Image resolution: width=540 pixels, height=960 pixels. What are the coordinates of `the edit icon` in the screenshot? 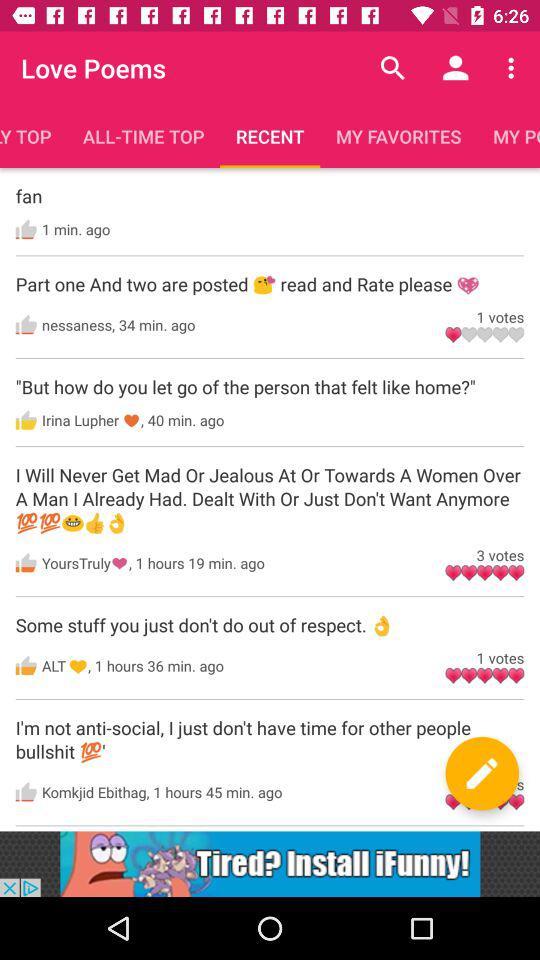 It's located at (481, 772).